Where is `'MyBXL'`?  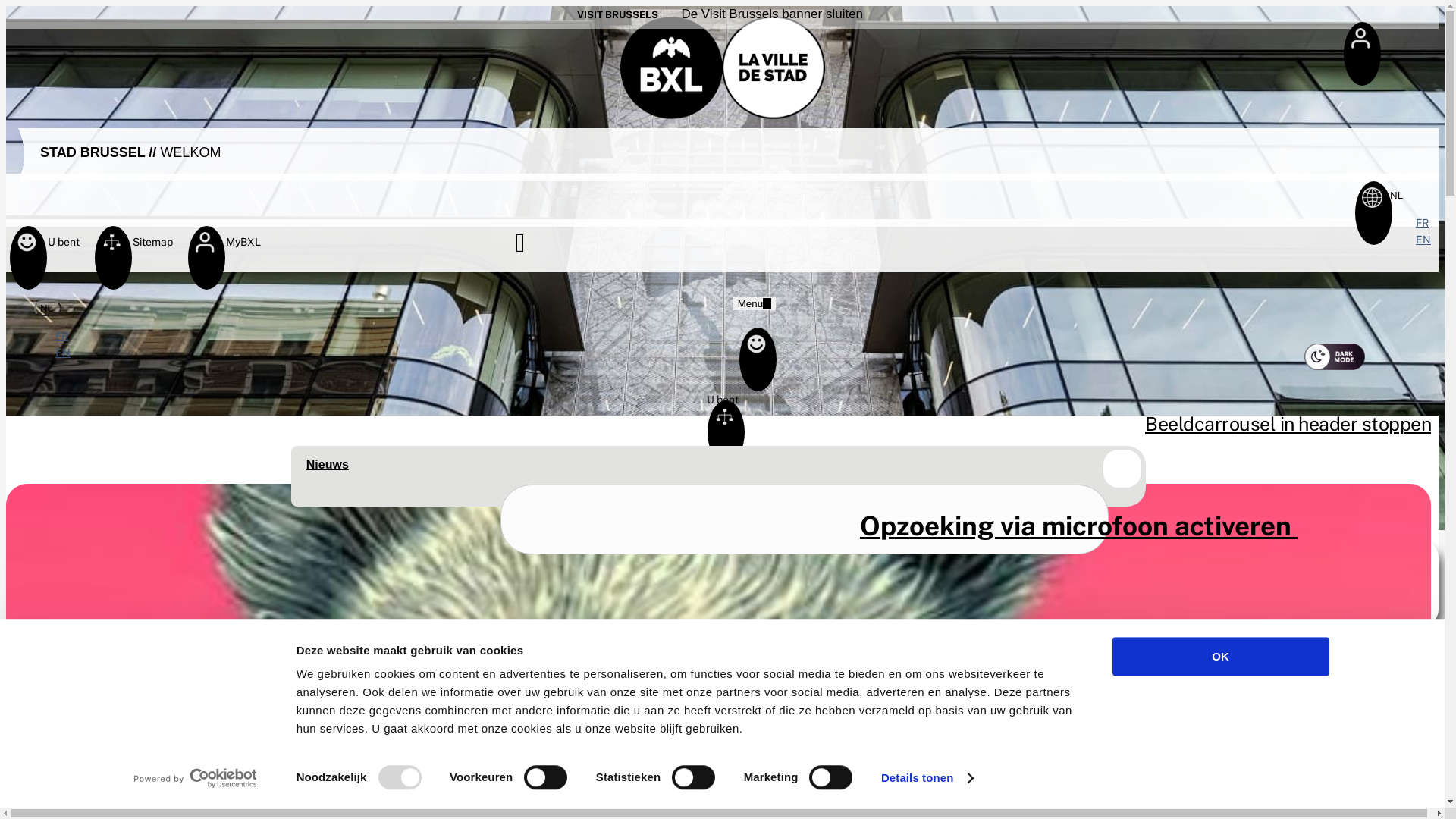 'MyBXL' is located at coordinates (204, 247).